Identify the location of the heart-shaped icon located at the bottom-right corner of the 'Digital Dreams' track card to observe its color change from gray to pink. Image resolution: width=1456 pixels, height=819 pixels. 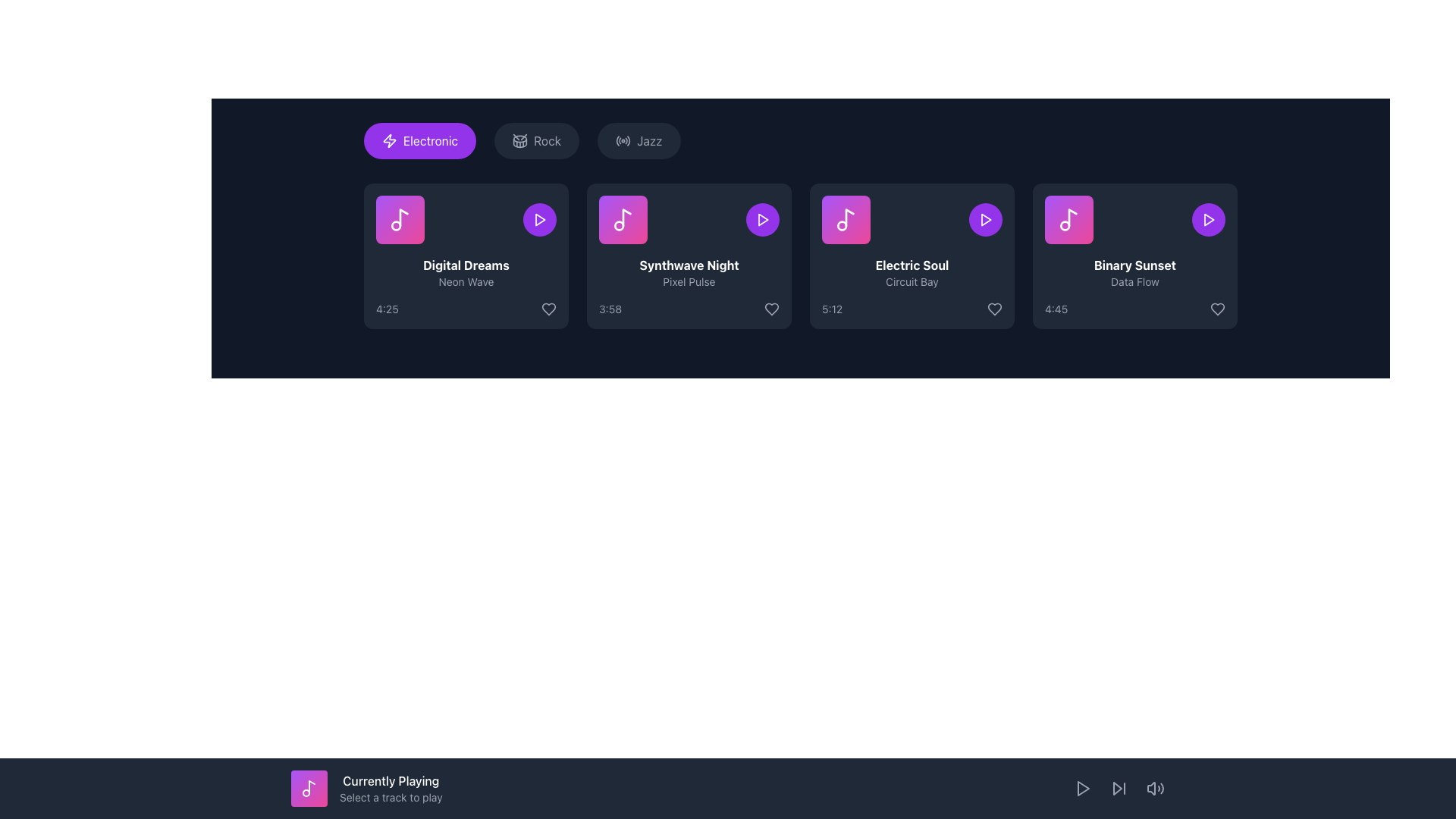
(548, 309).